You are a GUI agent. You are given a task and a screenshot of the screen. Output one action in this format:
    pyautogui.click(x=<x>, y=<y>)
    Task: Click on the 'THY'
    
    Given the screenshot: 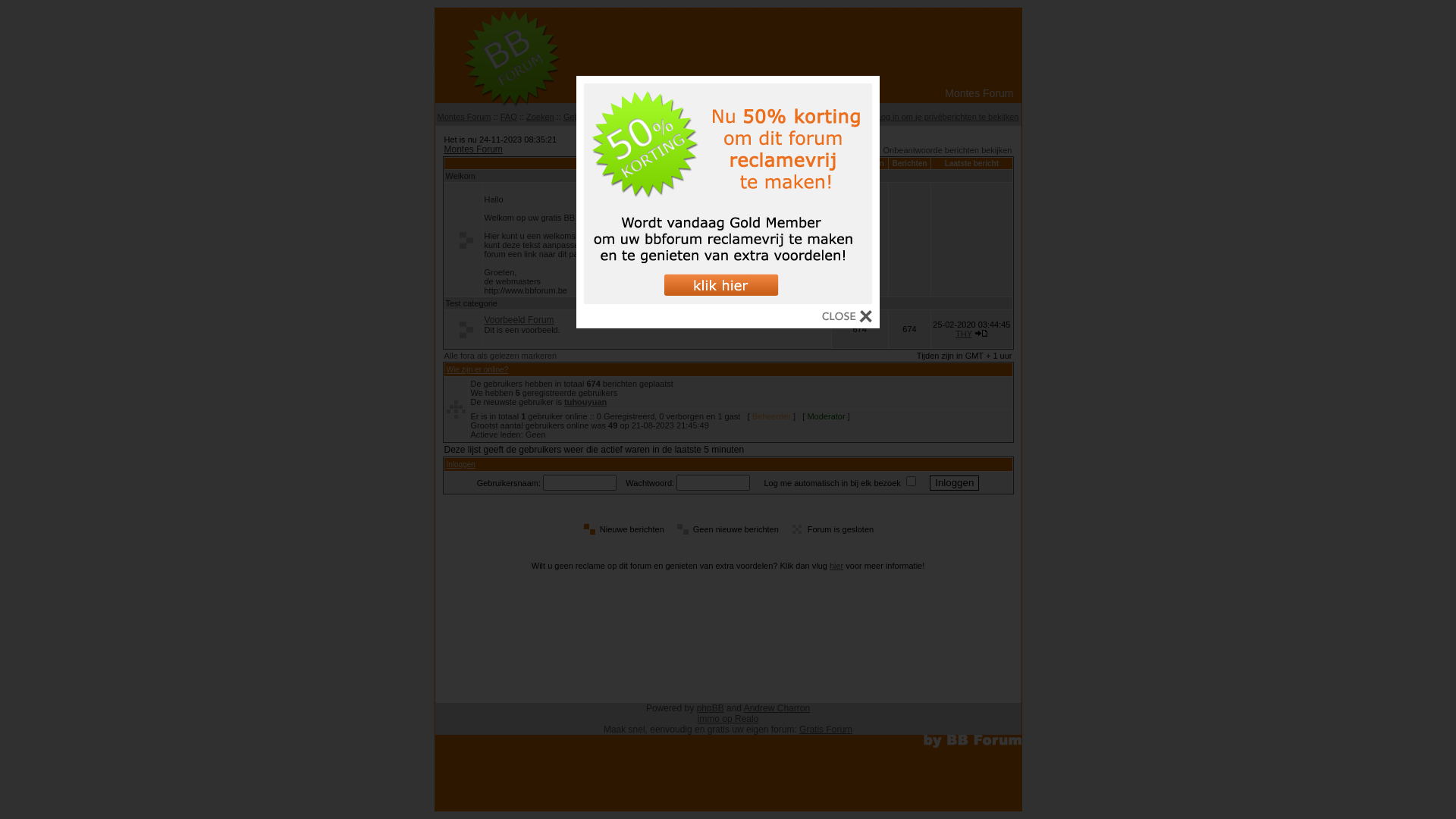 What is the action you would take?
    pyautogui.click(x=963, y=332)
    